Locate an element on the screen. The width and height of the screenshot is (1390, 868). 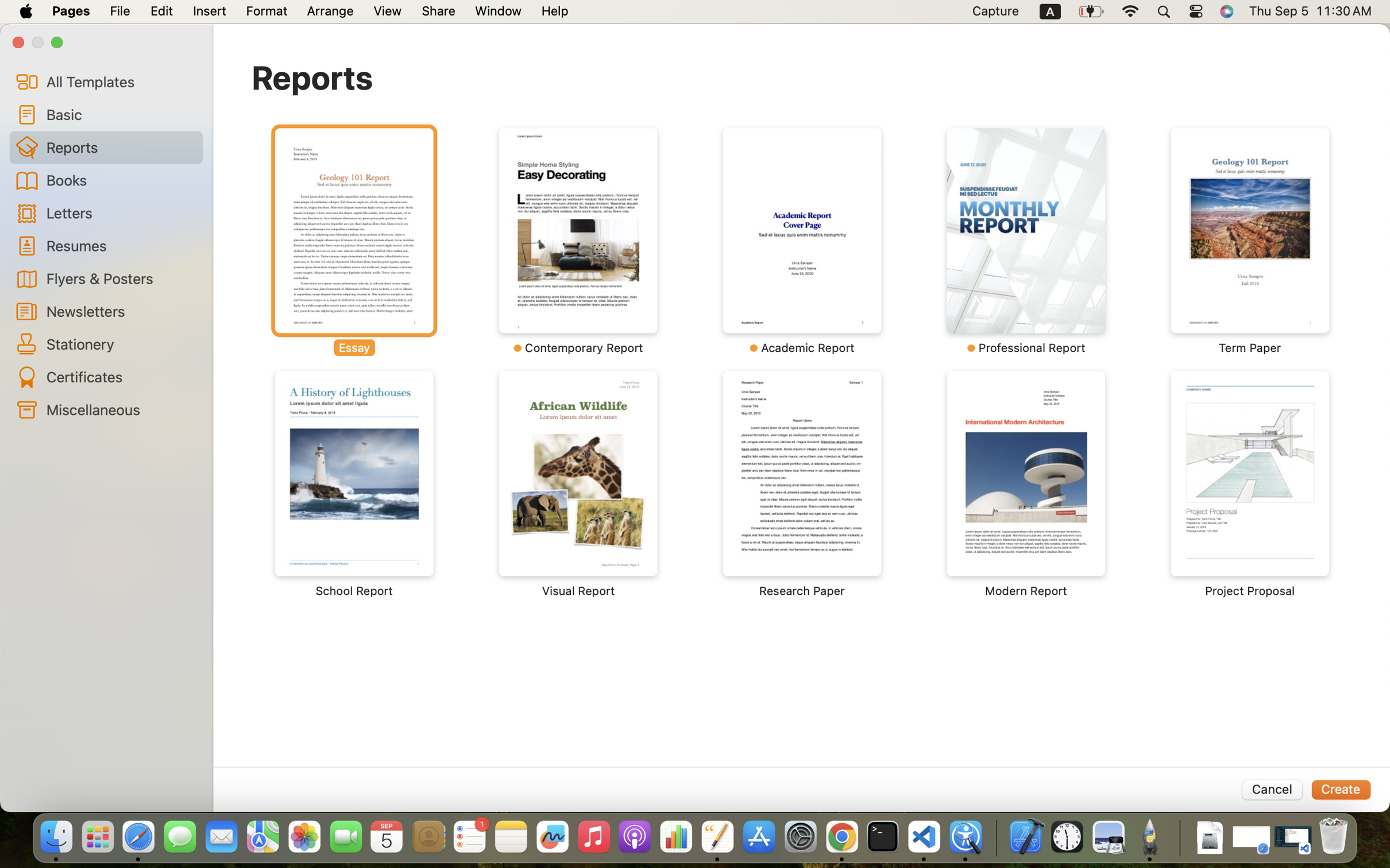
'‎⁨Visual Report⁩' is located at coordinates (578, 484).